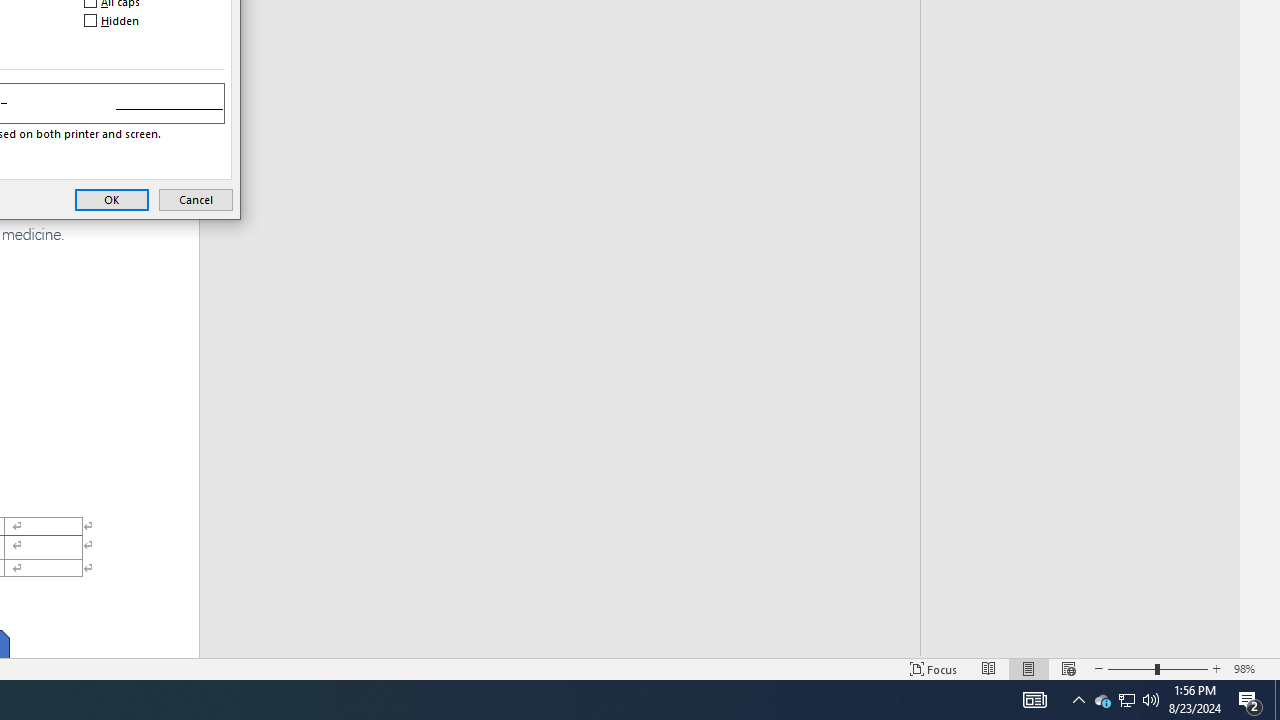 Image resolution: width=1280 pixels, height=720 pixels. Describe the element at coordinates (1029, 669) in the screenshot. I see `'Print Layout'` at that location.